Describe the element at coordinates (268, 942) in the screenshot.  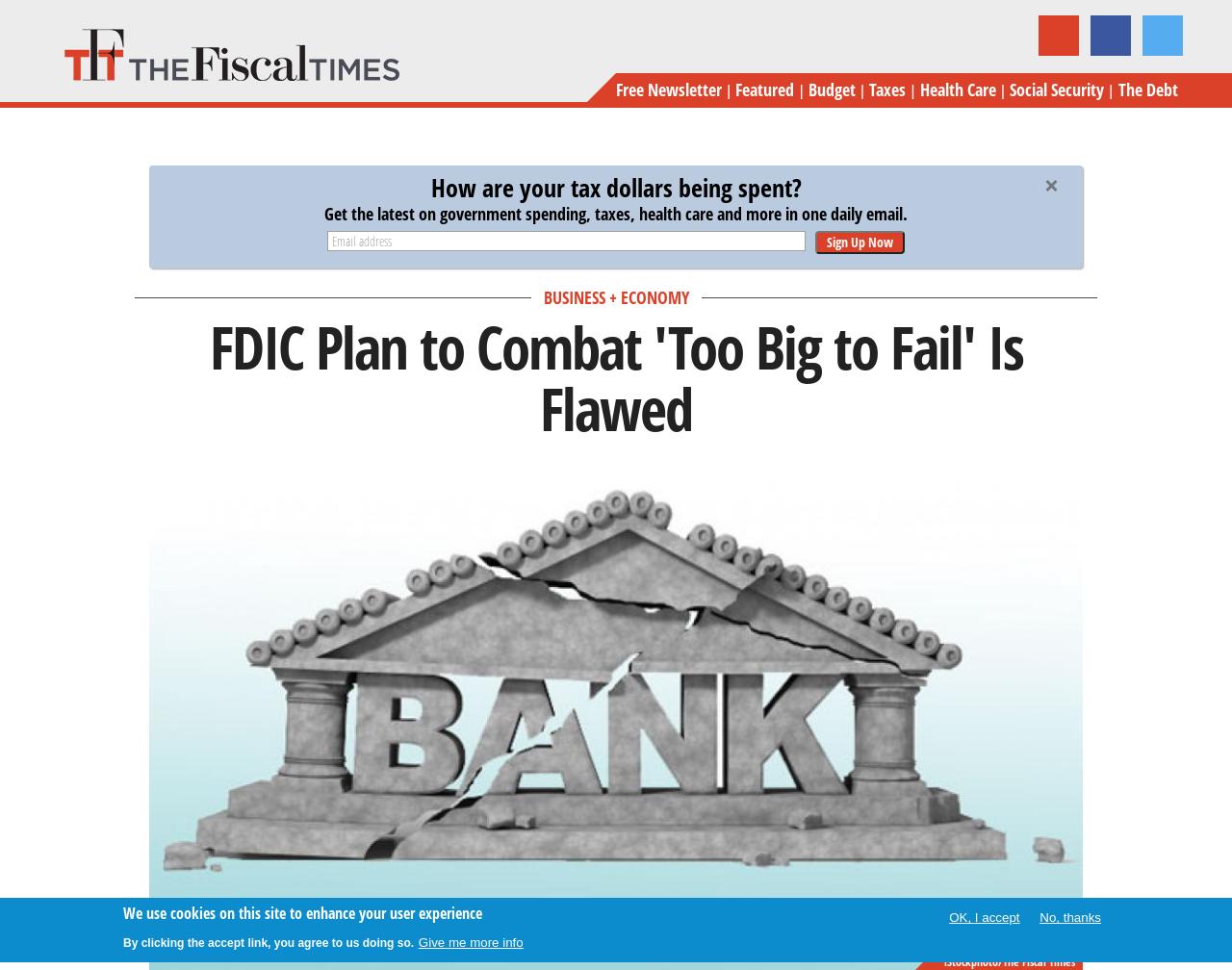
I see `'By clicking the accept link, you agree to us doing so.'` at that location.